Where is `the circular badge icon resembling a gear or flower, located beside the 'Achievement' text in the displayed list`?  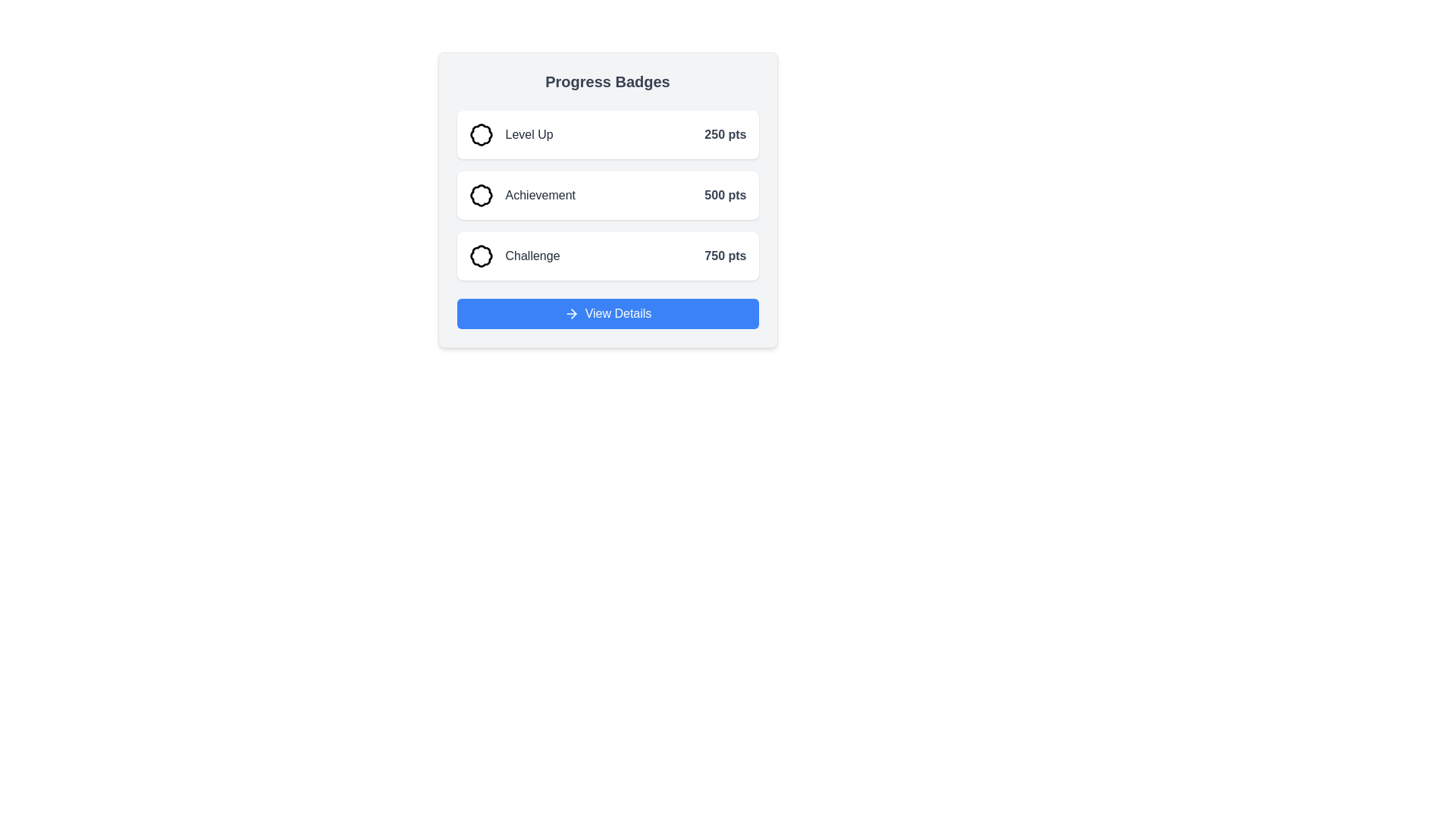 the circular badge icon resembling a gear or flower, located beside the 'Achievement' text in the displayed list is located at coordinates (480, 195).